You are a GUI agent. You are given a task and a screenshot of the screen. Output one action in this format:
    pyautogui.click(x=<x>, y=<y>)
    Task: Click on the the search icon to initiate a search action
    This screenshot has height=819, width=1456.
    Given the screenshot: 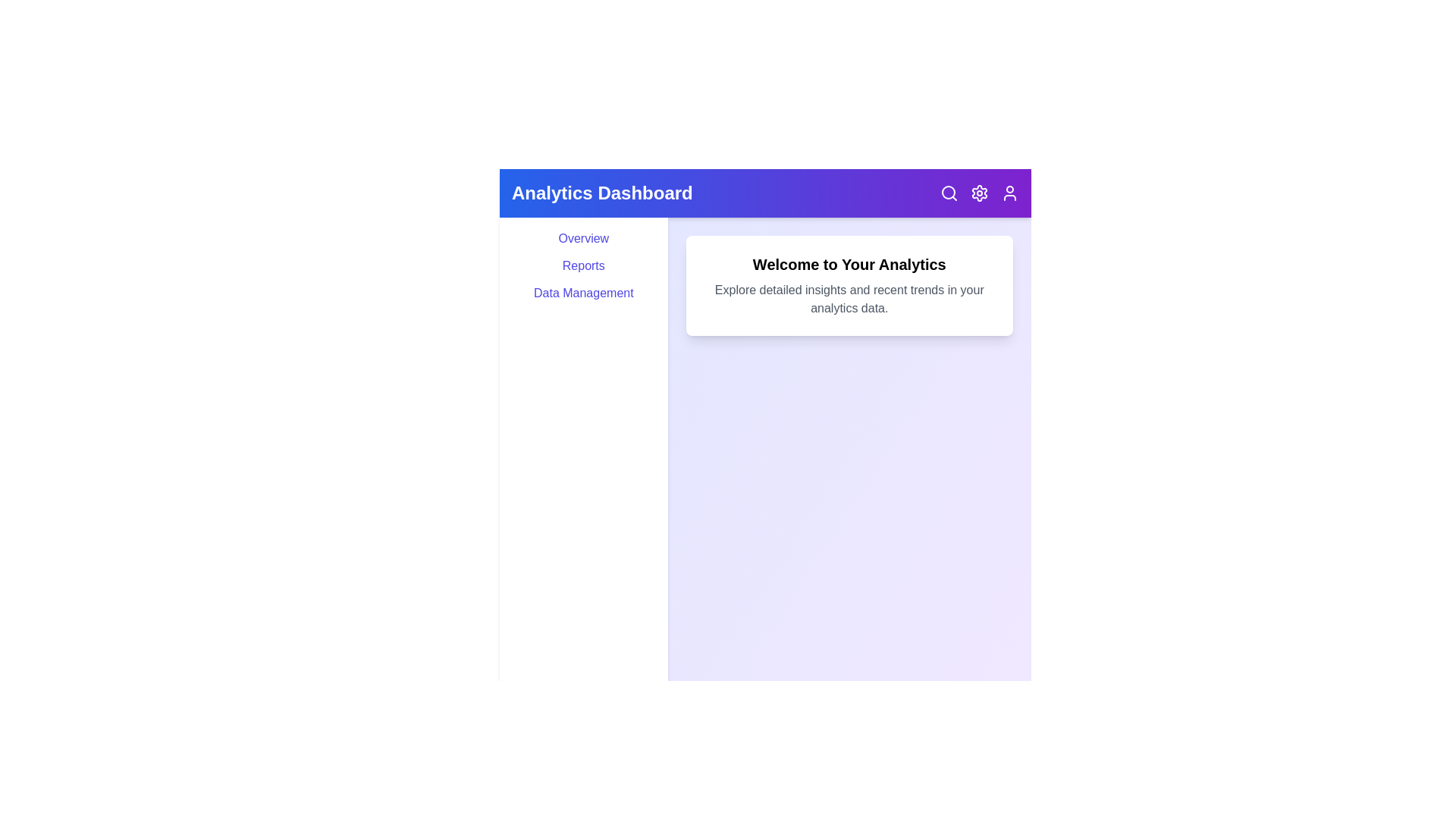 What is the action you would take?
    pyautogui.click(x=949, y=192)
    